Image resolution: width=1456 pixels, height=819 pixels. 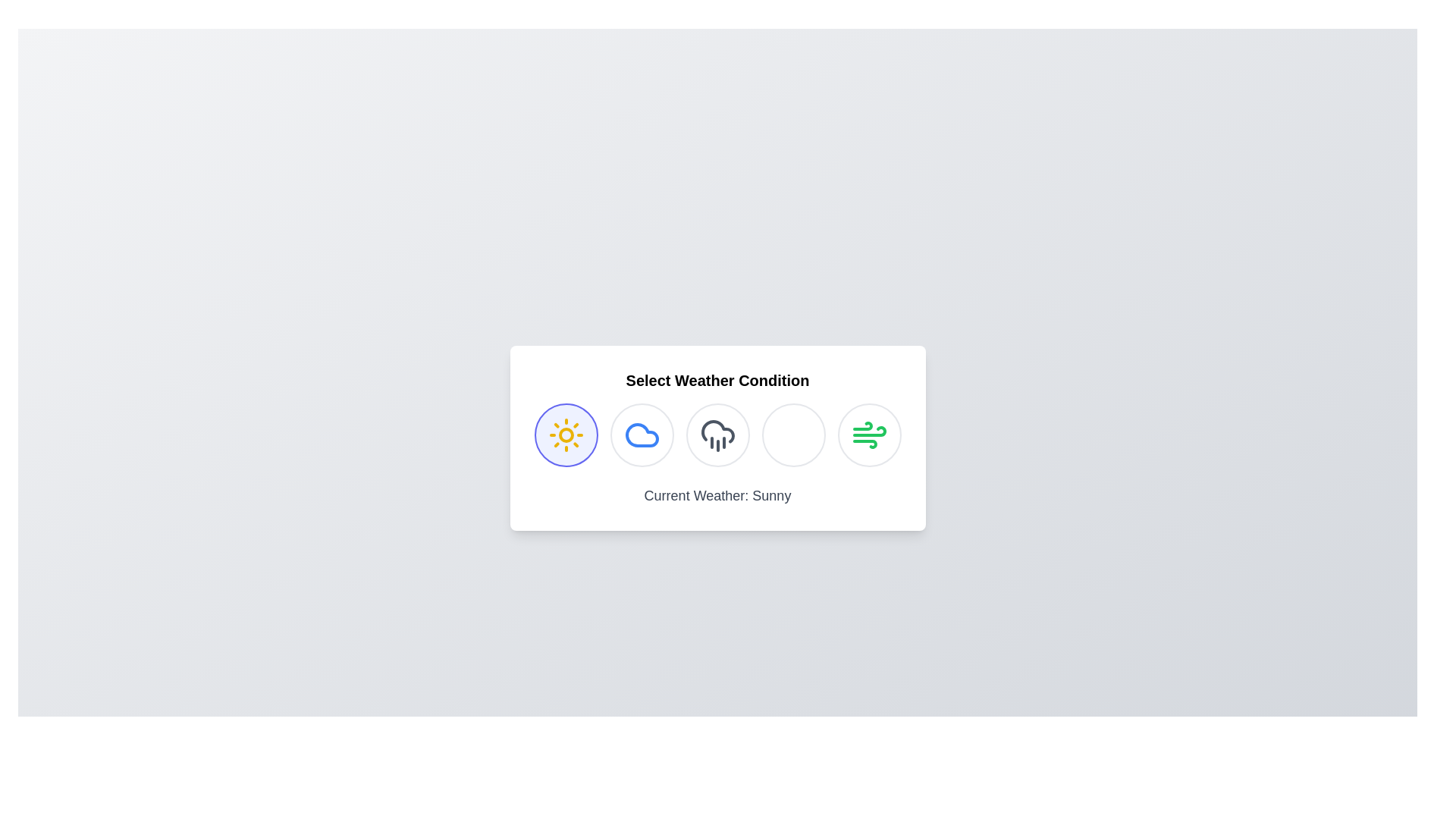 What do you see at coordinates (862, 426) in the screenshot?
I see `the wind motion icon, which is a small green curved arrow located at the rightmost side of a set of weather condition icons` at bounding box center [862, 426].